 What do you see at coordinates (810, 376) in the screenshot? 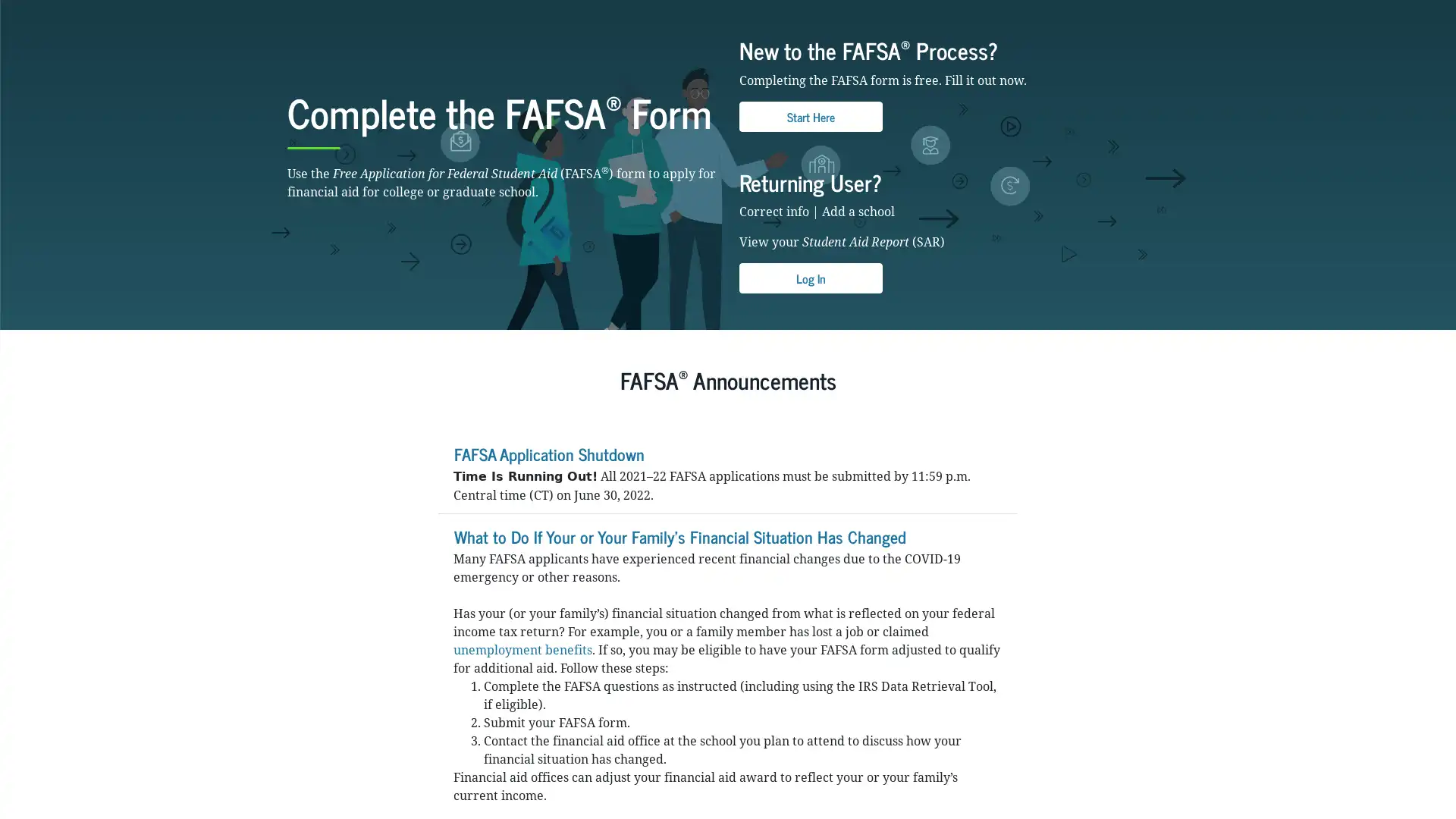
I see `Log In` at bounding box center [810, 376].